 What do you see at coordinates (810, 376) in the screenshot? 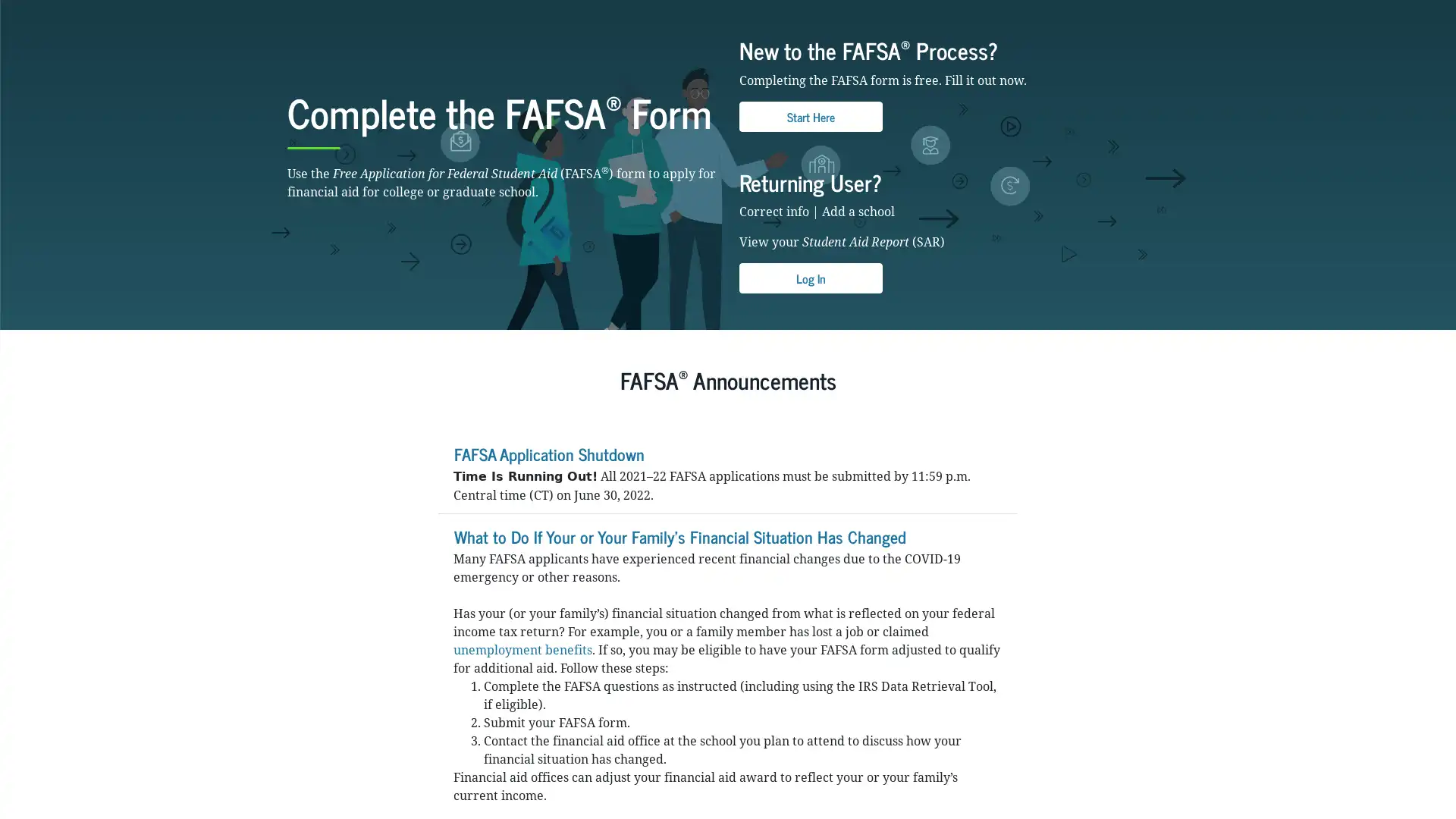
I see `Log In` at bounding box center [810, 376].